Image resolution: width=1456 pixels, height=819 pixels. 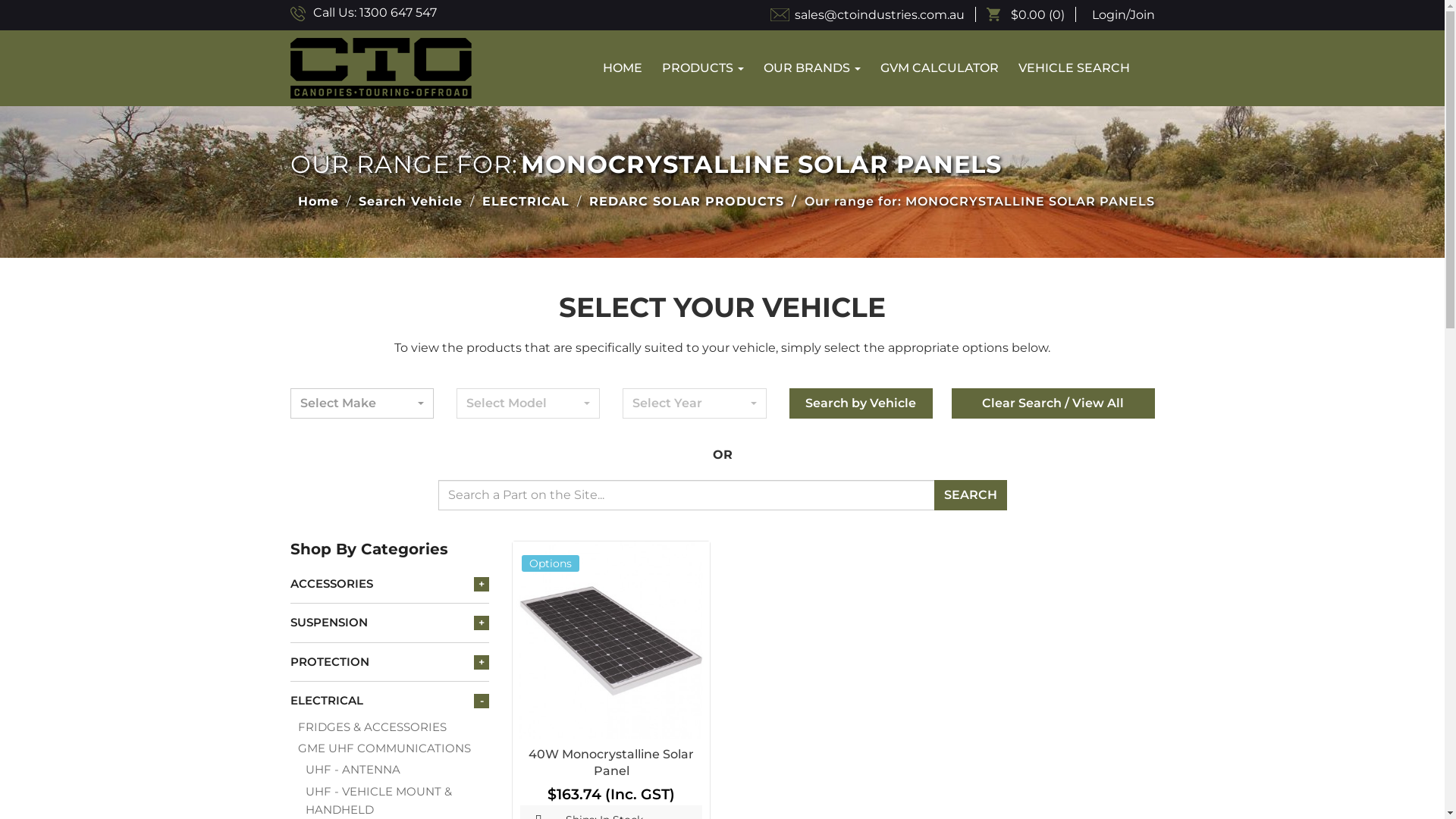 What do you see at coordinates (393, 726) in the screenshot?
I see `'FRIDGES & ACCESSORIES'` at bounding box center [393, 726].